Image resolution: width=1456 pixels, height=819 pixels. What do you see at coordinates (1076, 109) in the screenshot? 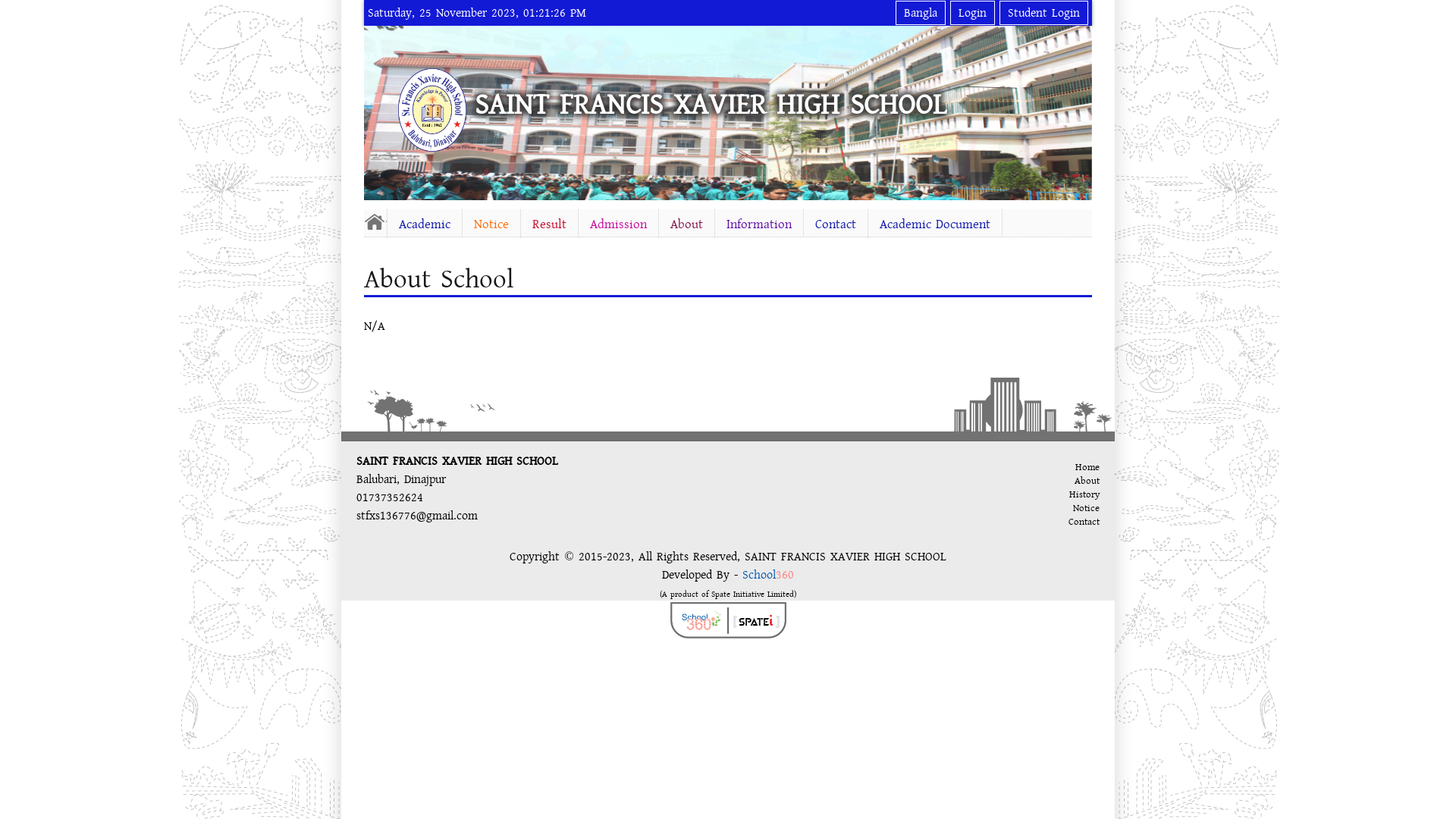
I see `'Next'` at bounding box center [1076, 109].